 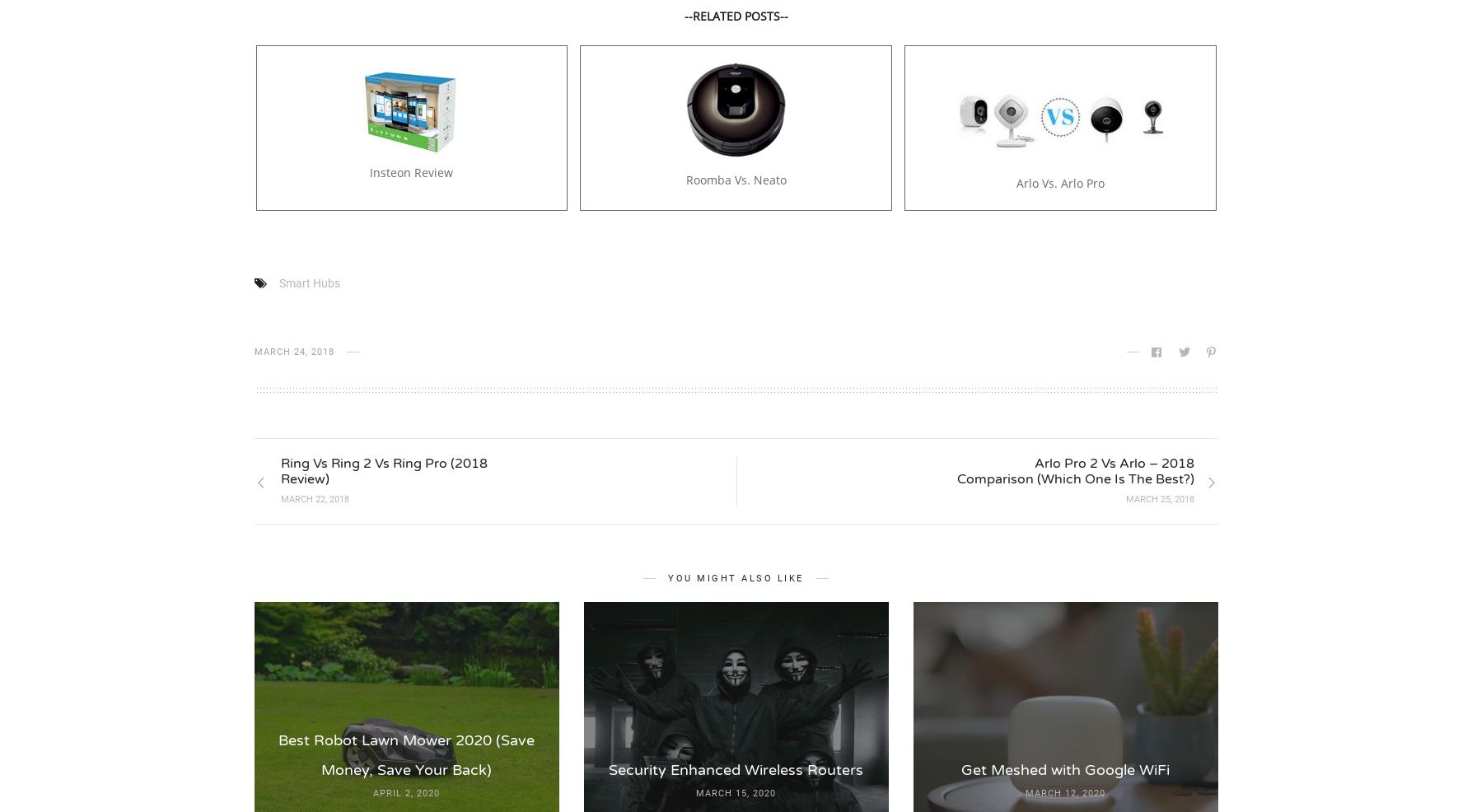 I want to click on 'Security Enhanced Wireless Routers', so click(x=736, y=769).